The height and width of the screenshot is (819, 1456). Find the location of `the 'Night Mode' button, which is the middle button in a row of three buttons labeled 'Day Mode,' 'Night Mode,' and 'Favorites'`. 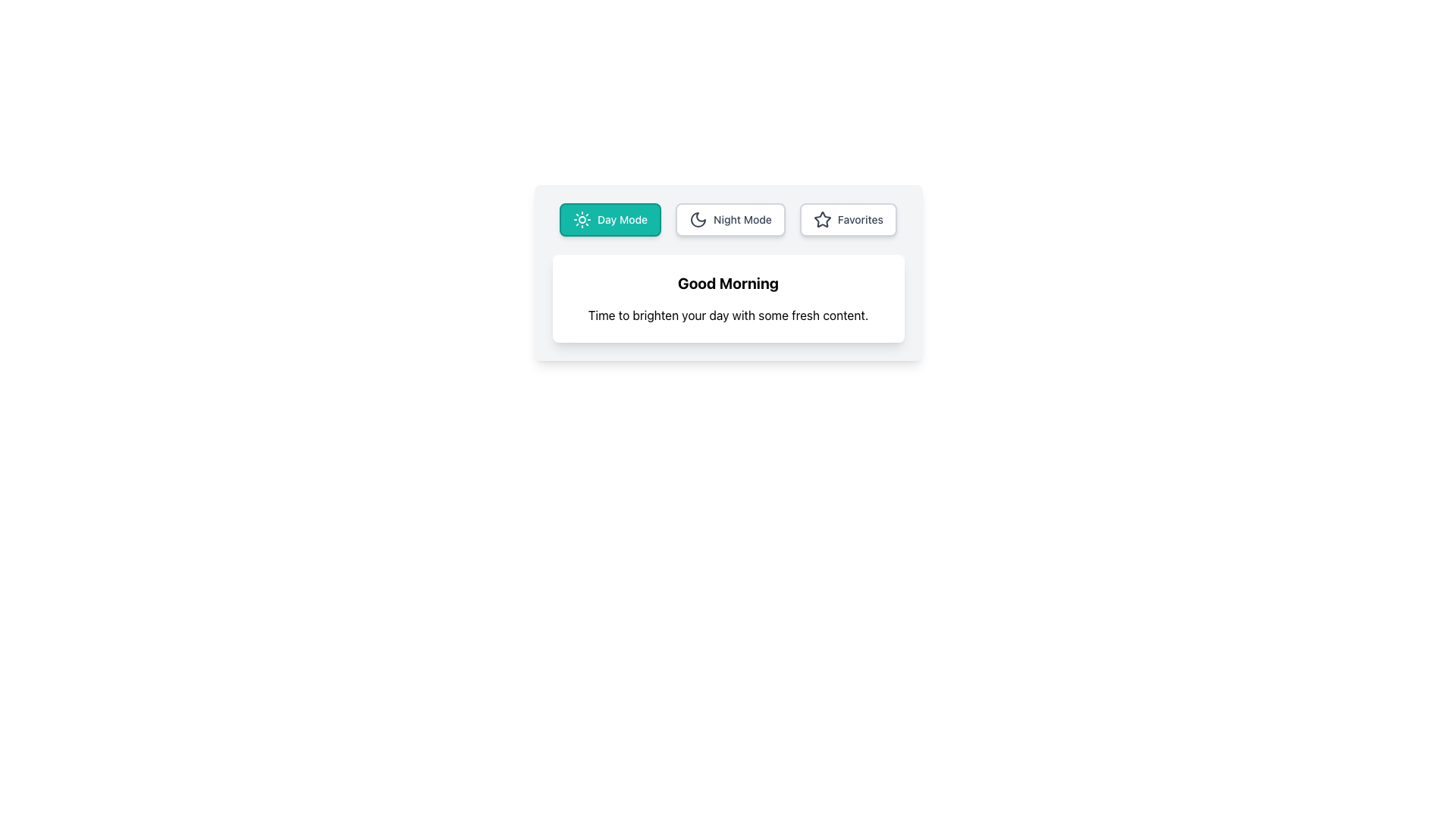

the 'Night Mode' button, which is the middle button in a row of three buttons labeled 'Day Mode,' 'Night Mode,' and 'Favorites' is located at coordinates (728, 219).